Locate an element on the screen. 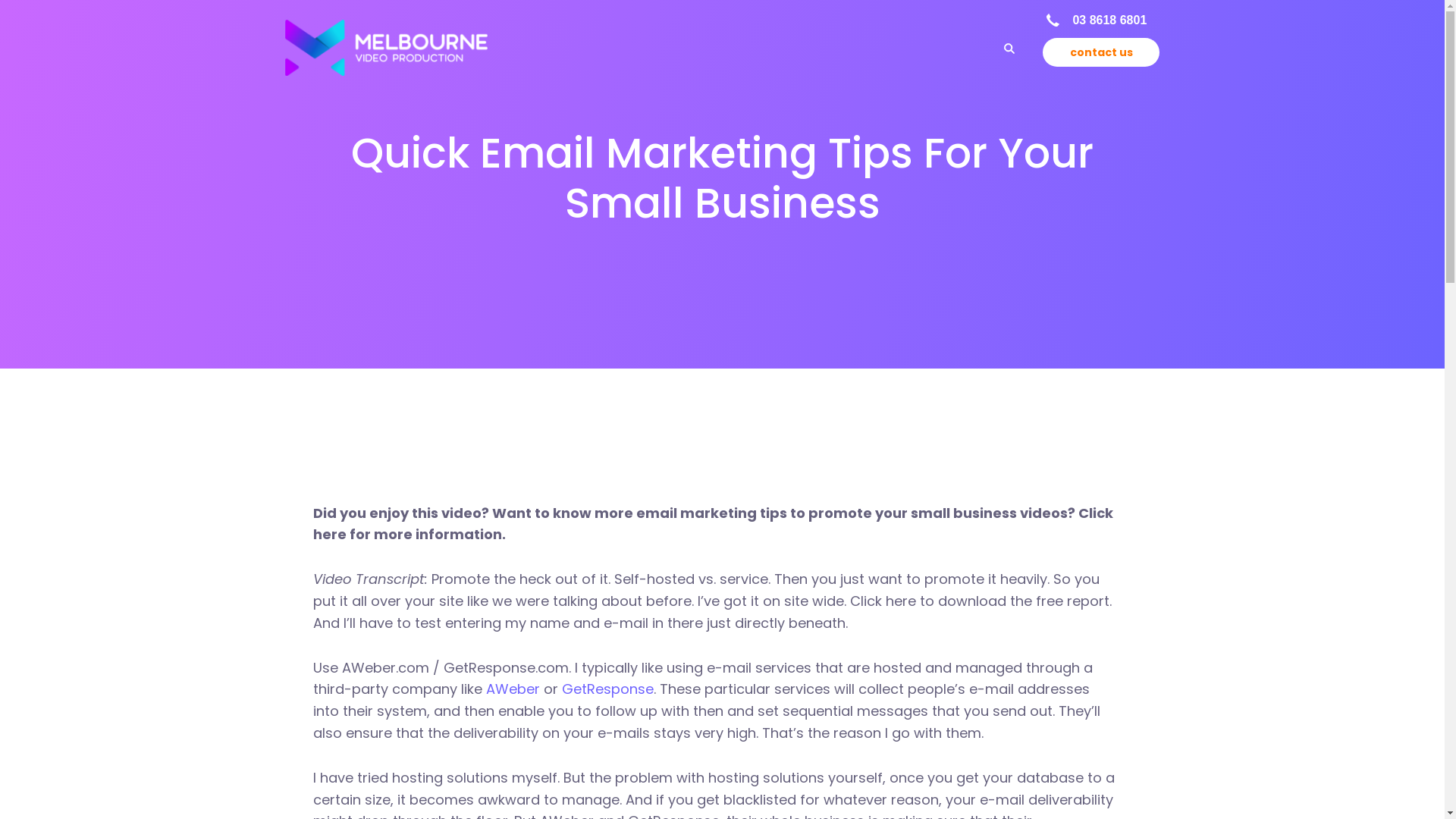 Image resolution: width=1456 pixels, height=819 pixels. 'contact us' is located at coordinates (1041, 52).